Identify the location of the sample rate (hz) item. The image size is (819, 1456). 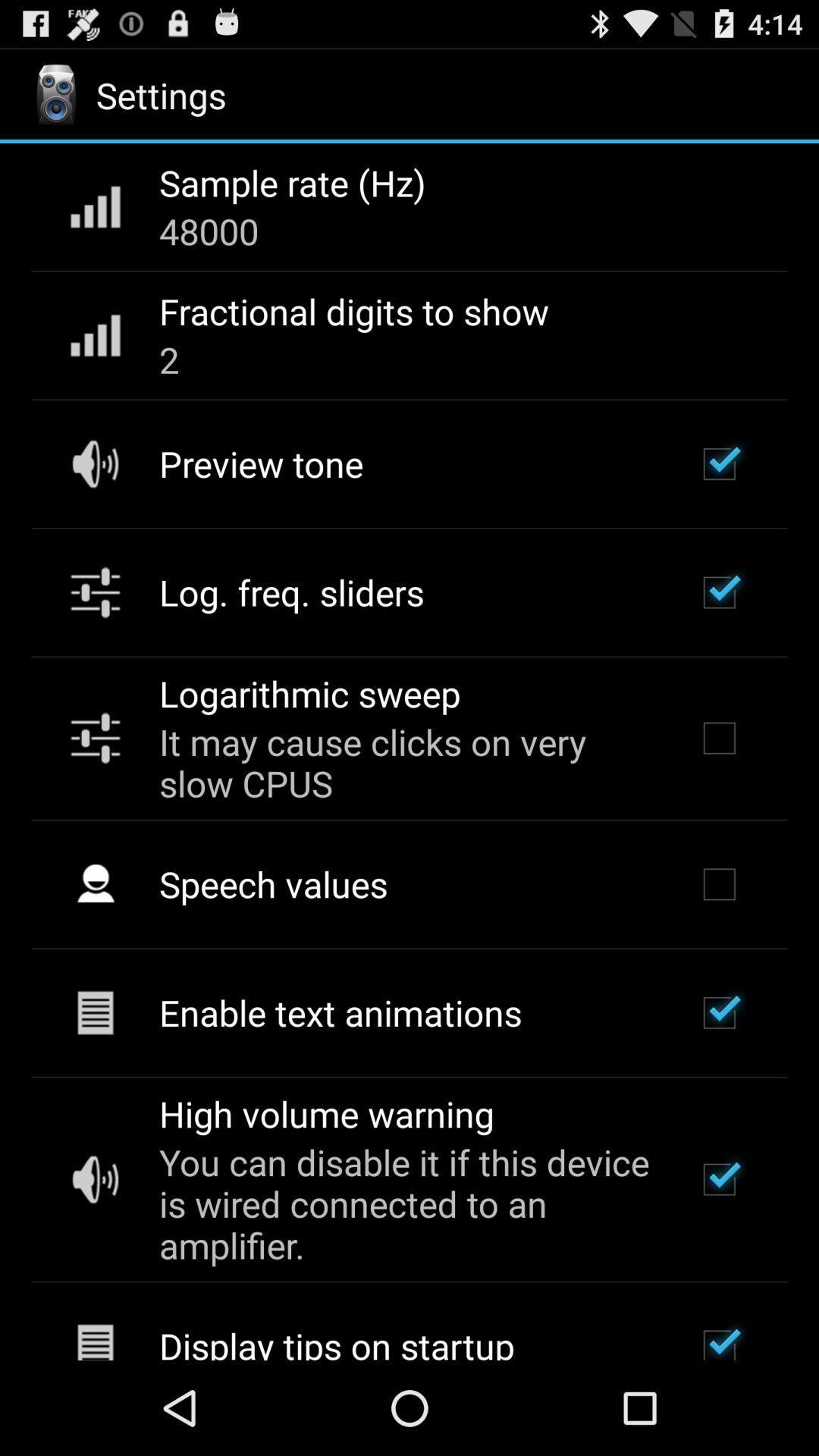
(292, 182).